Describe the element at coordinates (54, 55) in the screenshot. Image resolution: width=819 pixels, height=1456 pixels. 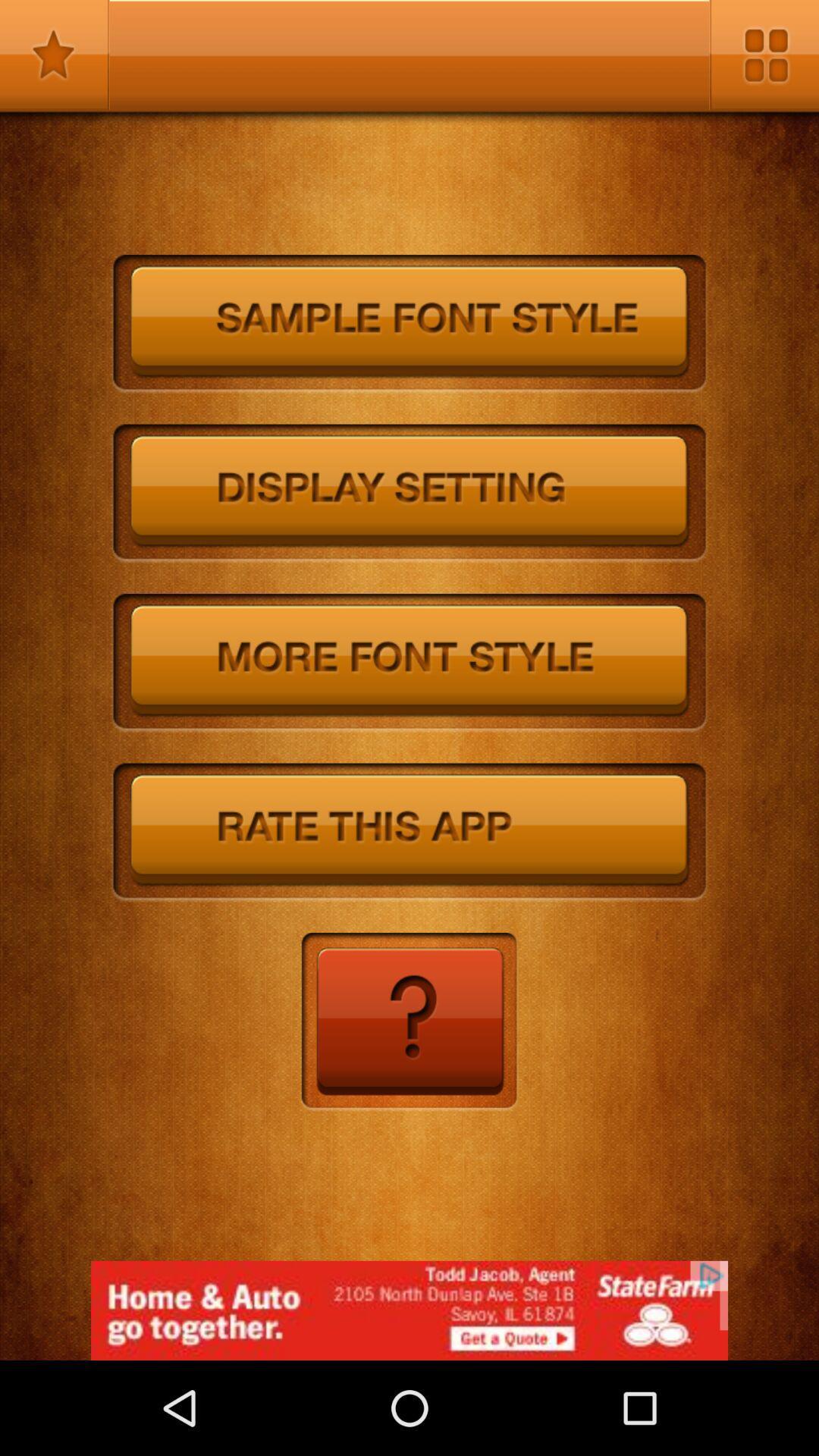
I see `saved options and selections` at that location.